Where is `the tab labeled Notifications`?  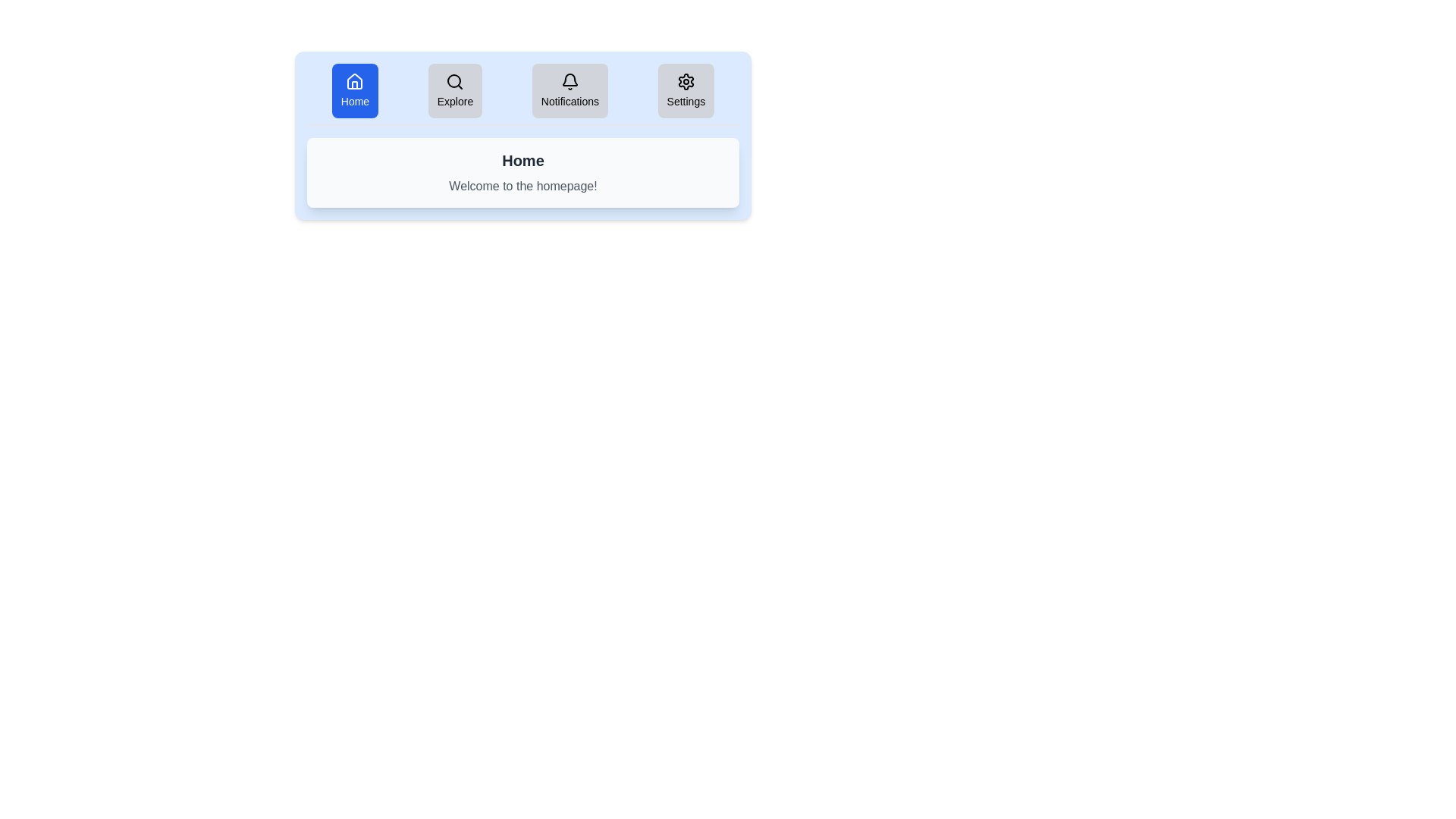 the tab labeled Notifications is located at coordinates (569, 90).